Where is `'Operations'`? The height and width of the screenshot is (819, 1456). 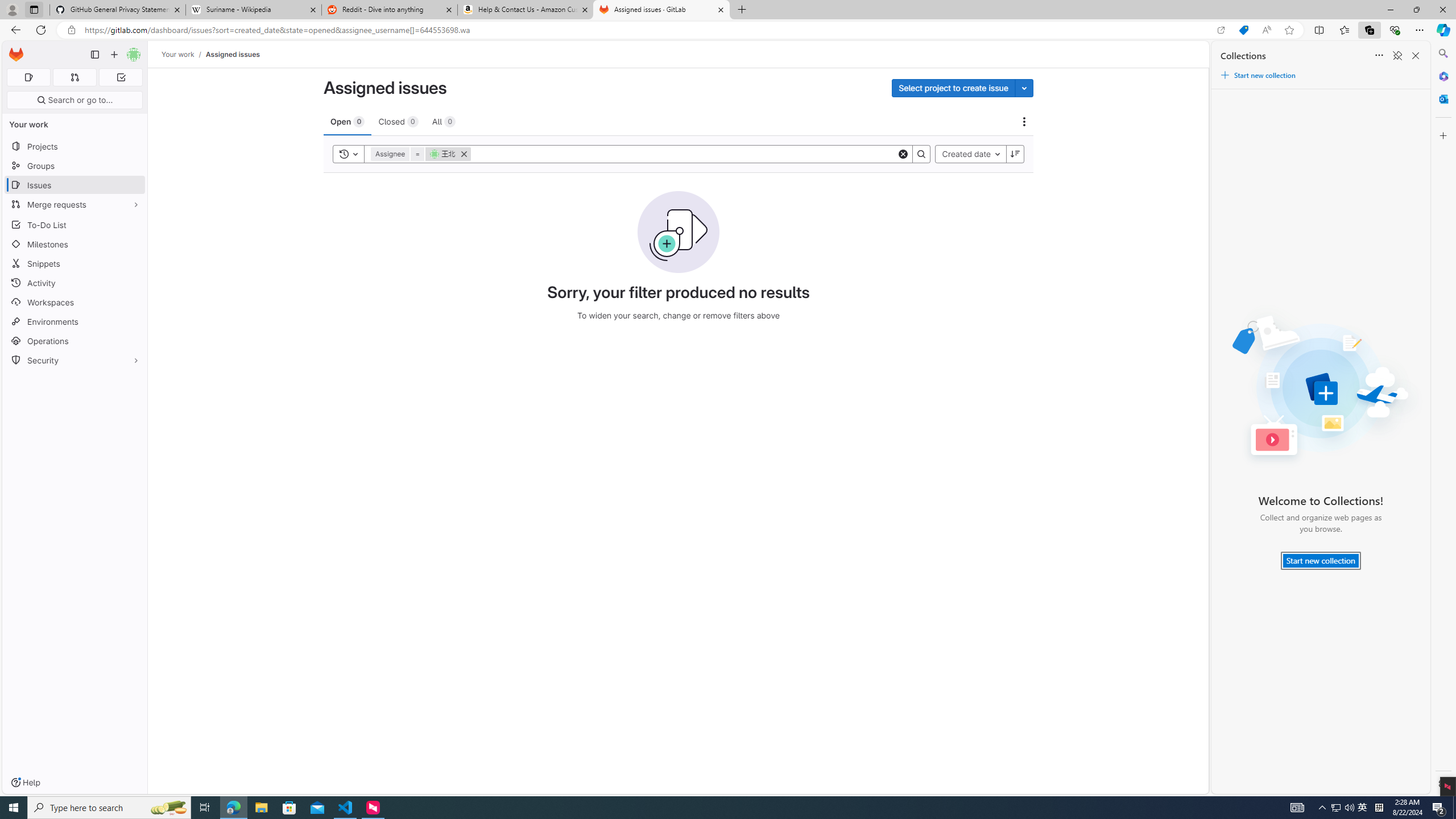 'Operations' is located at coordinates (74, 340).